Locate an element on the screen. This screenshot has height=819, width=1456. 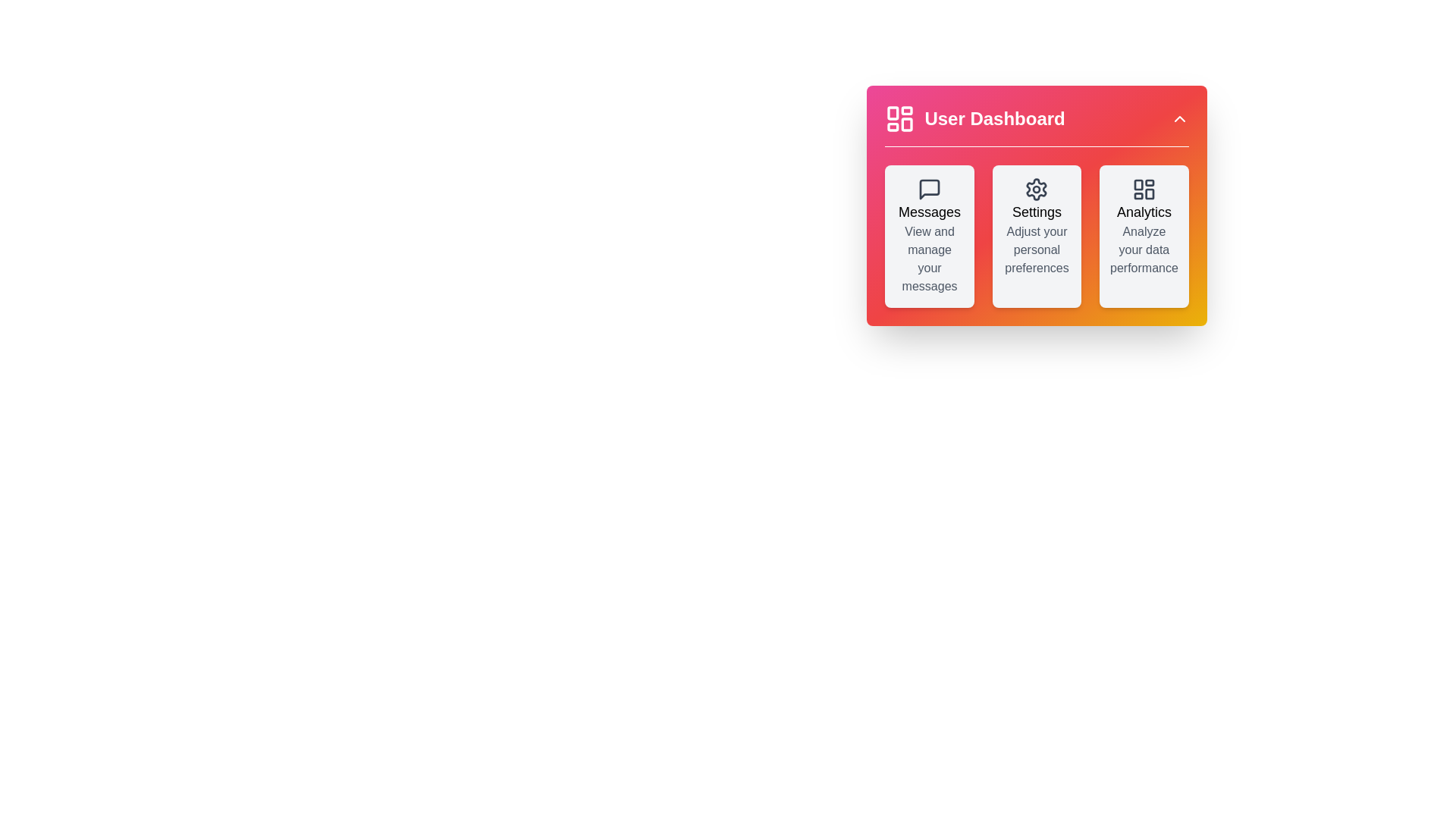
the 'User Dashboard' text label is located at coordinates (995, 118).